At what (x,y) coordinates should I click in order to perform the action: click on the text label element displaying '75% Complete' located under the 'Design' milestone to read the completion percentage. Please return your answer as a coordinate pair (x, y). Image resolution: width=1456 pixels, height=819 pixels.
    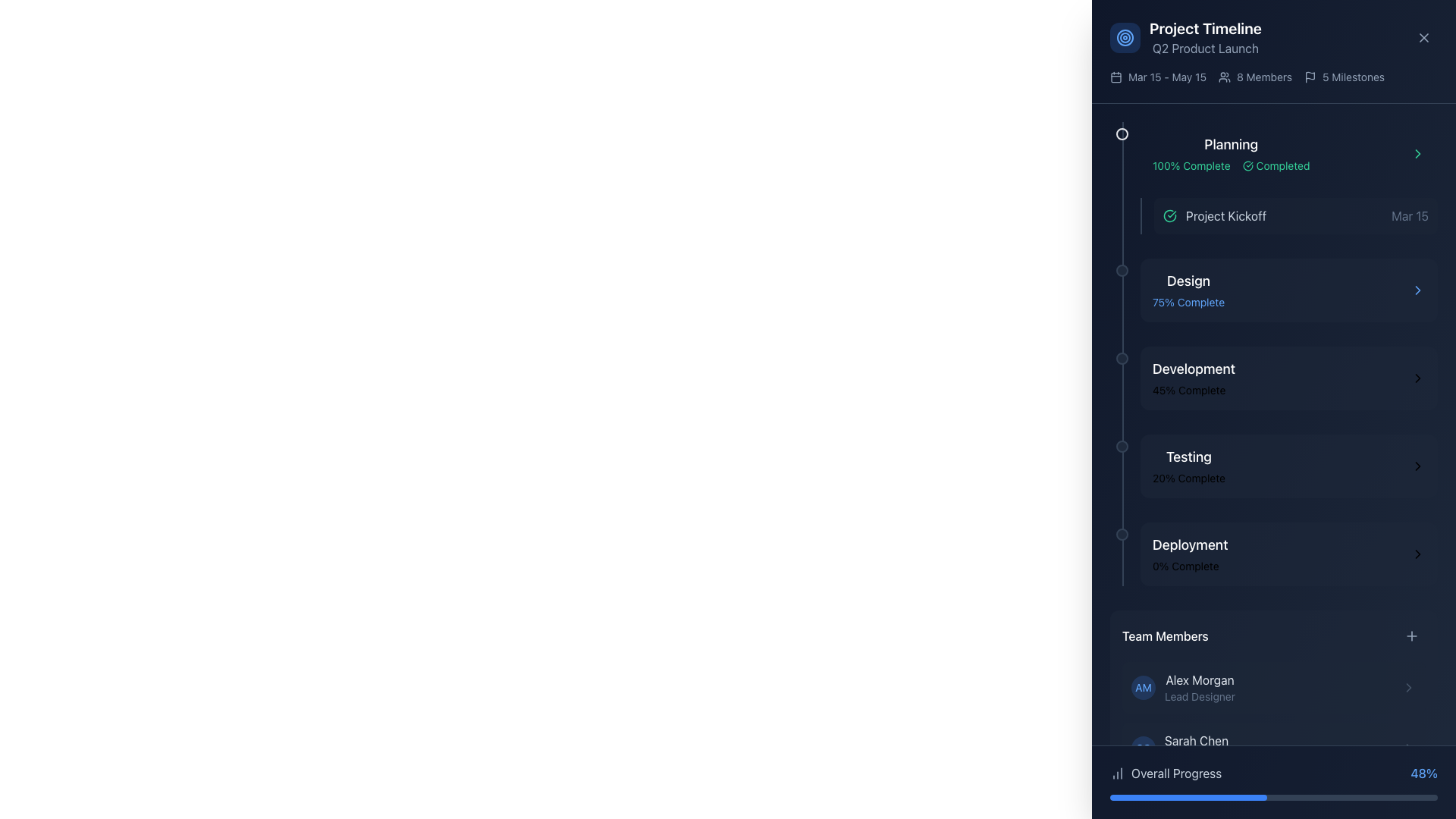
    Looking at the image, I should click on (1188, 302).